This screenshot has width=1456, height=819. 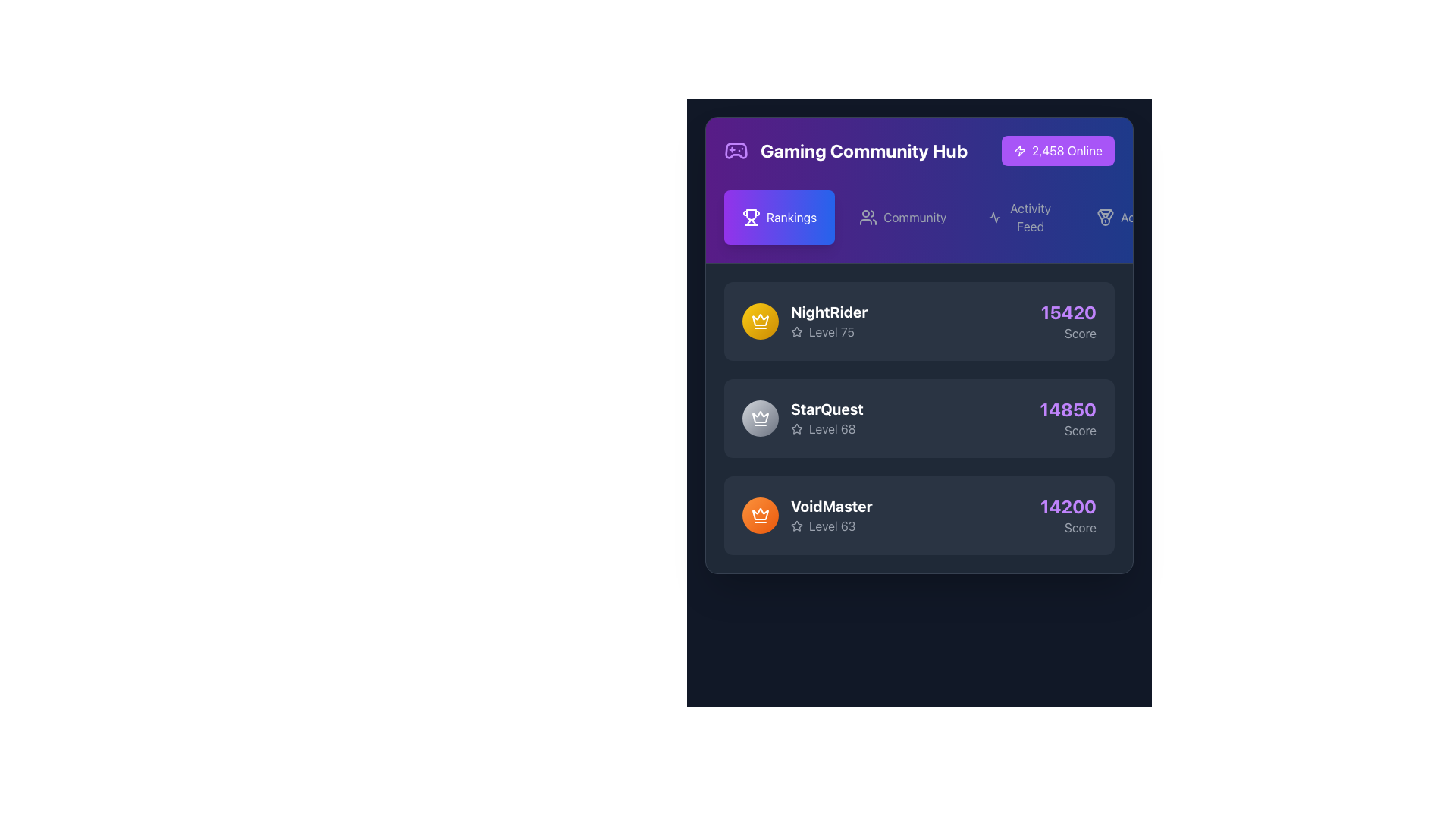 What do you see at coordinates (918, 418) in the screenshot?
I see `the second card in the 'Gaming Community Hub' that displays user or item information, positioned between 'NightRider' and 'VoidMaster'` at bounding box center [918, 418].